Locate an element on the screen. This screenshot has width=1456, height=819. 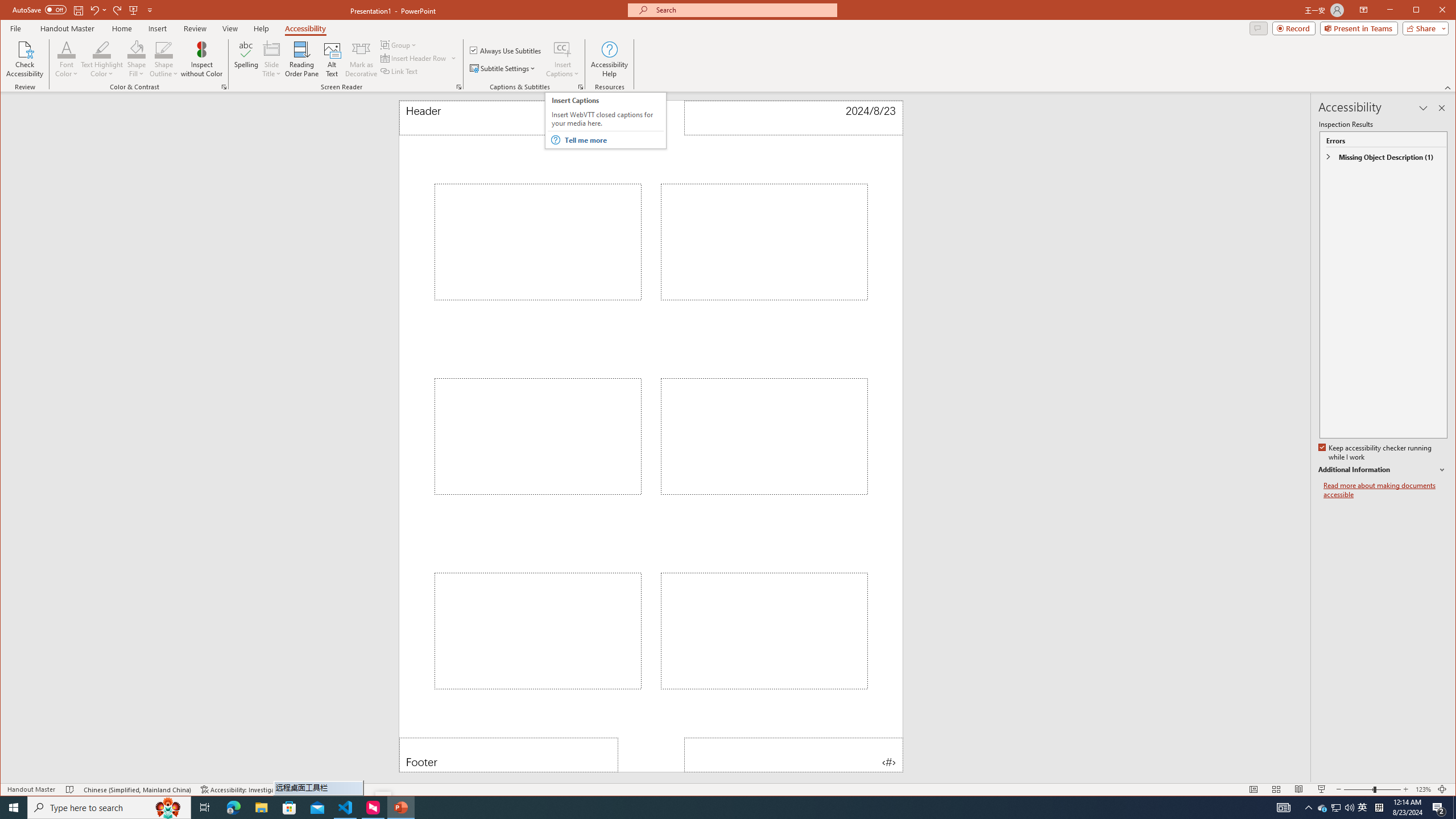
'Inspect without Color' is located at coordinates (201, 59).